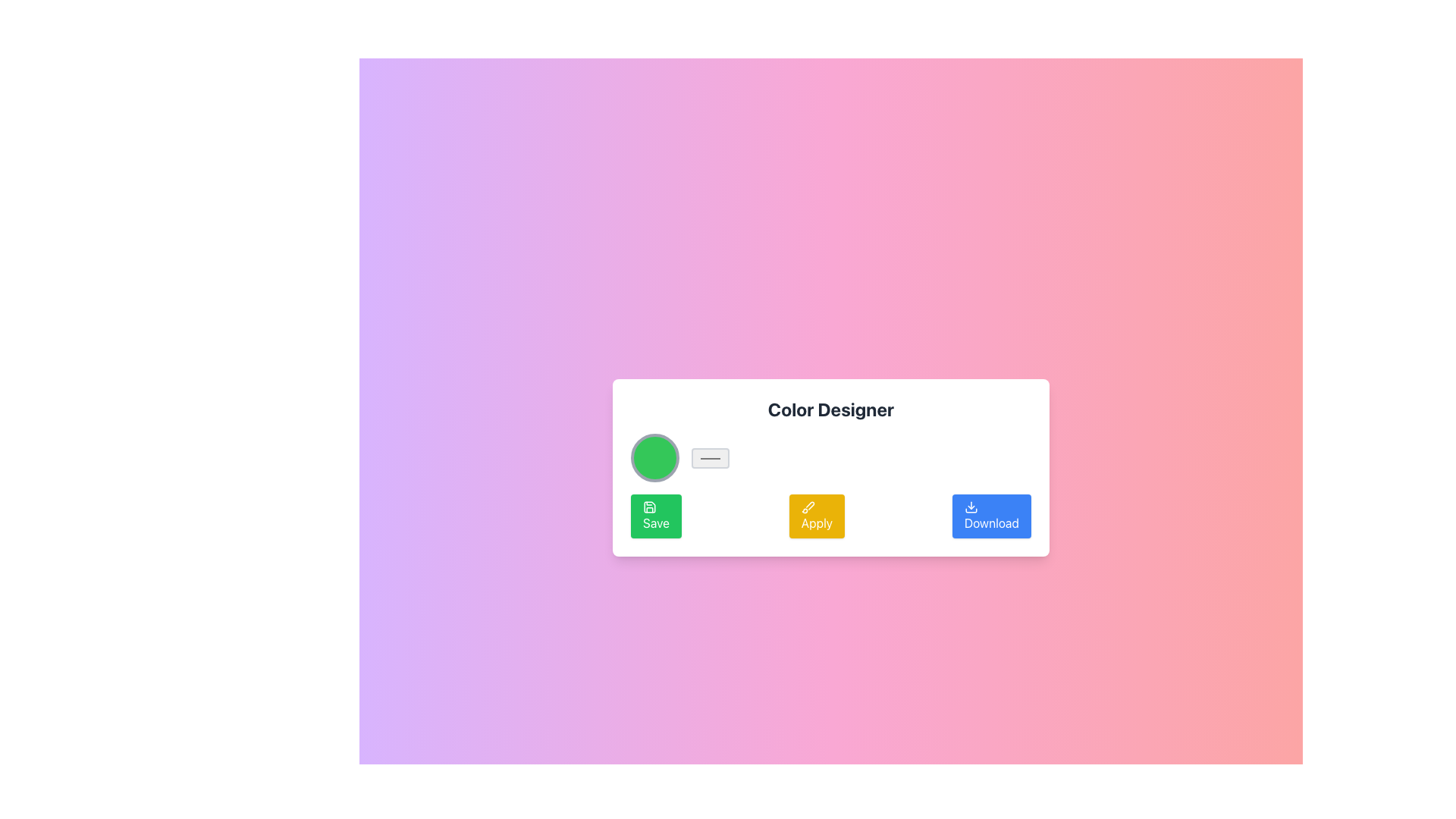  Describe the element at coordinates (807, 507) in the screenshot. I see `the Apply button that contains the small white paint brush icon within a yellow button, located near the bottom center of the 'Color Designer' card` at that location.